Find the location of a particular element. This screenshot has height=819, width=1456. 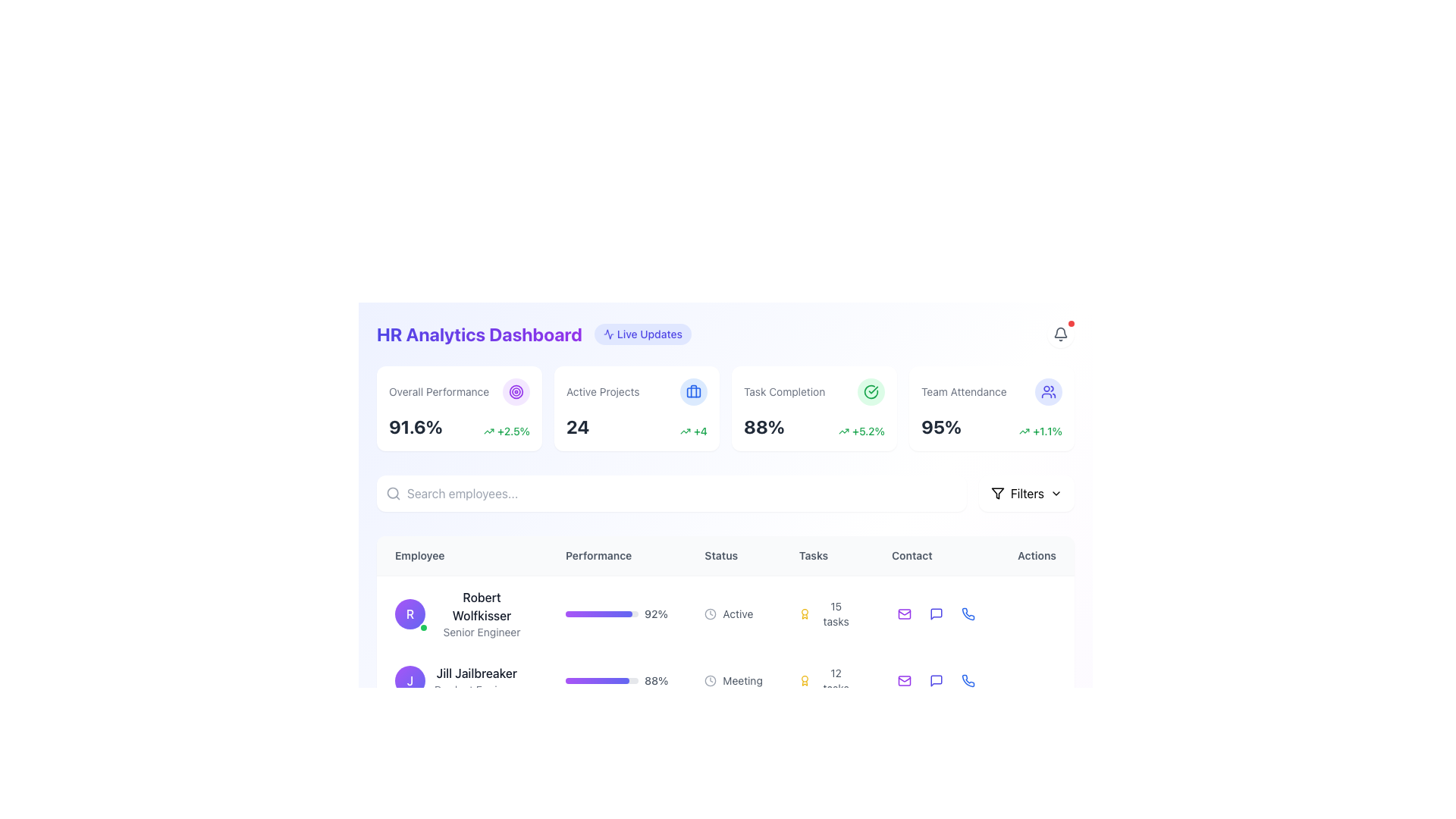

the 'Team Attendance' text label, which is styled in small gray text and located at the top-right of the dashboard interface, to the left of a rounded icon with a purple background is located at coordinates (963, 391).